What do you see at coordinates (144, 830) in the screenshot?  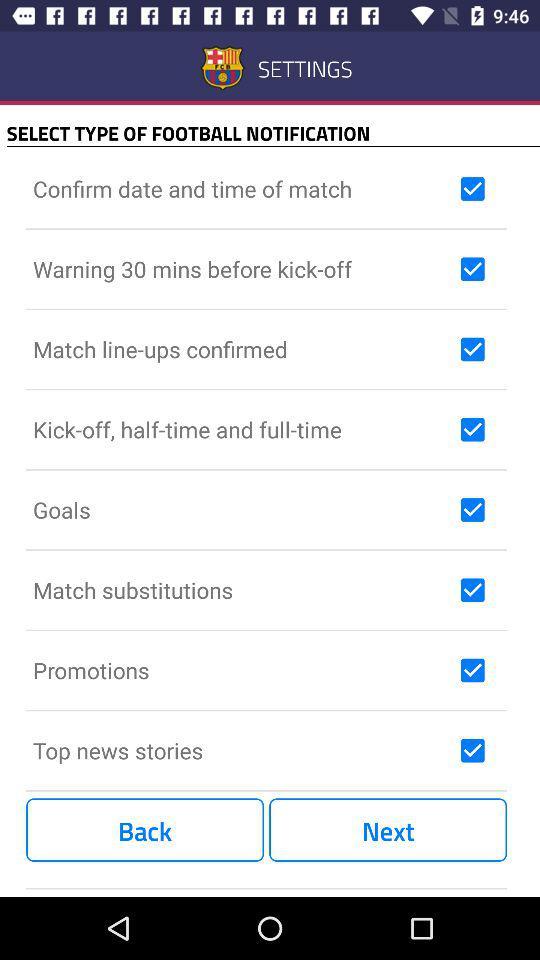 I see `item next to the next item` at bounding box center [144, 830].